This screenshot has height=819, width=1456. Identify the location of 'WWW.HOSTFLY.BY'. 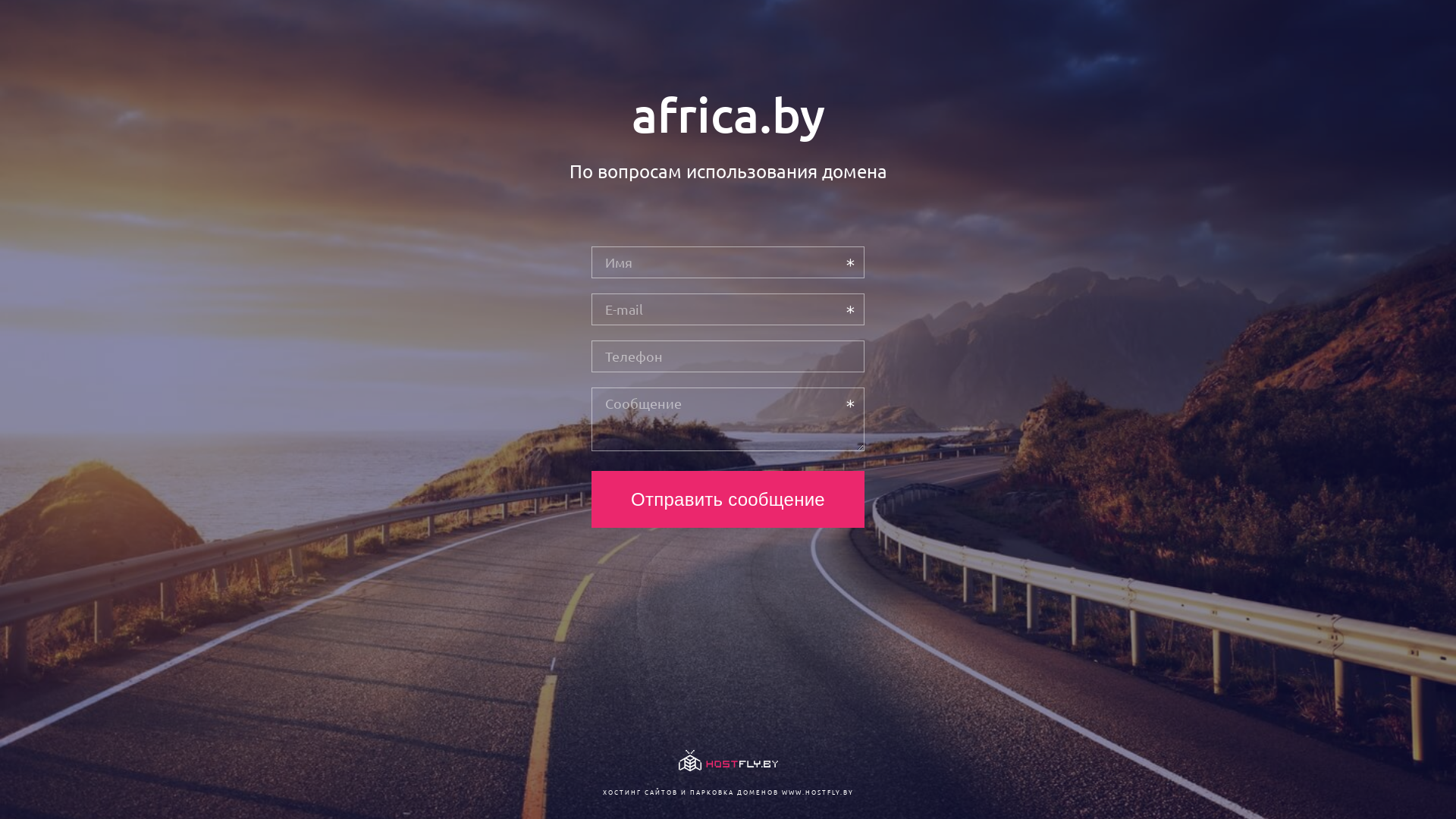
(816, 791).